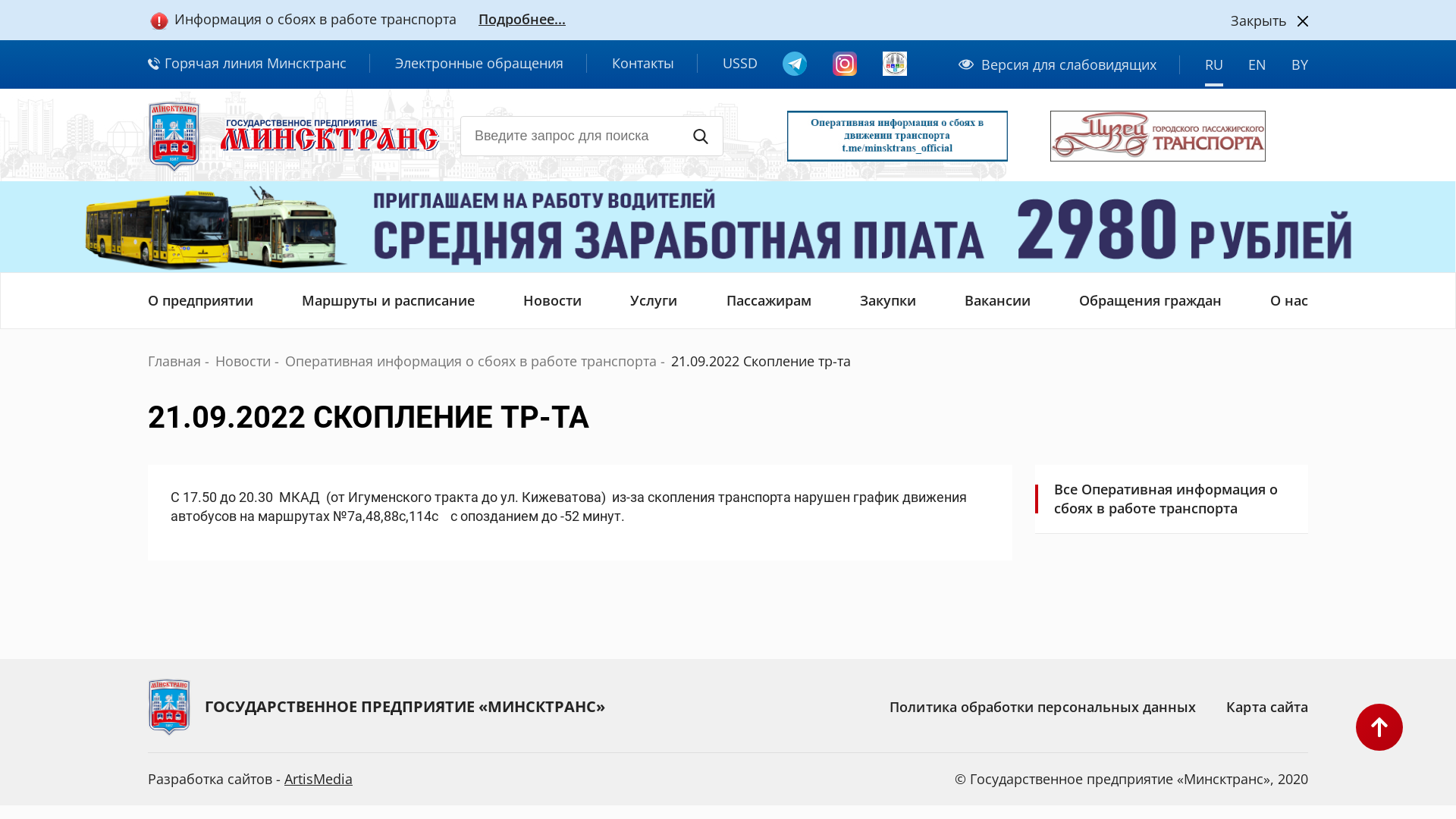  Describe the element at coordinates (1214, 70) in the screenshot. I see `'RU'` at that location.